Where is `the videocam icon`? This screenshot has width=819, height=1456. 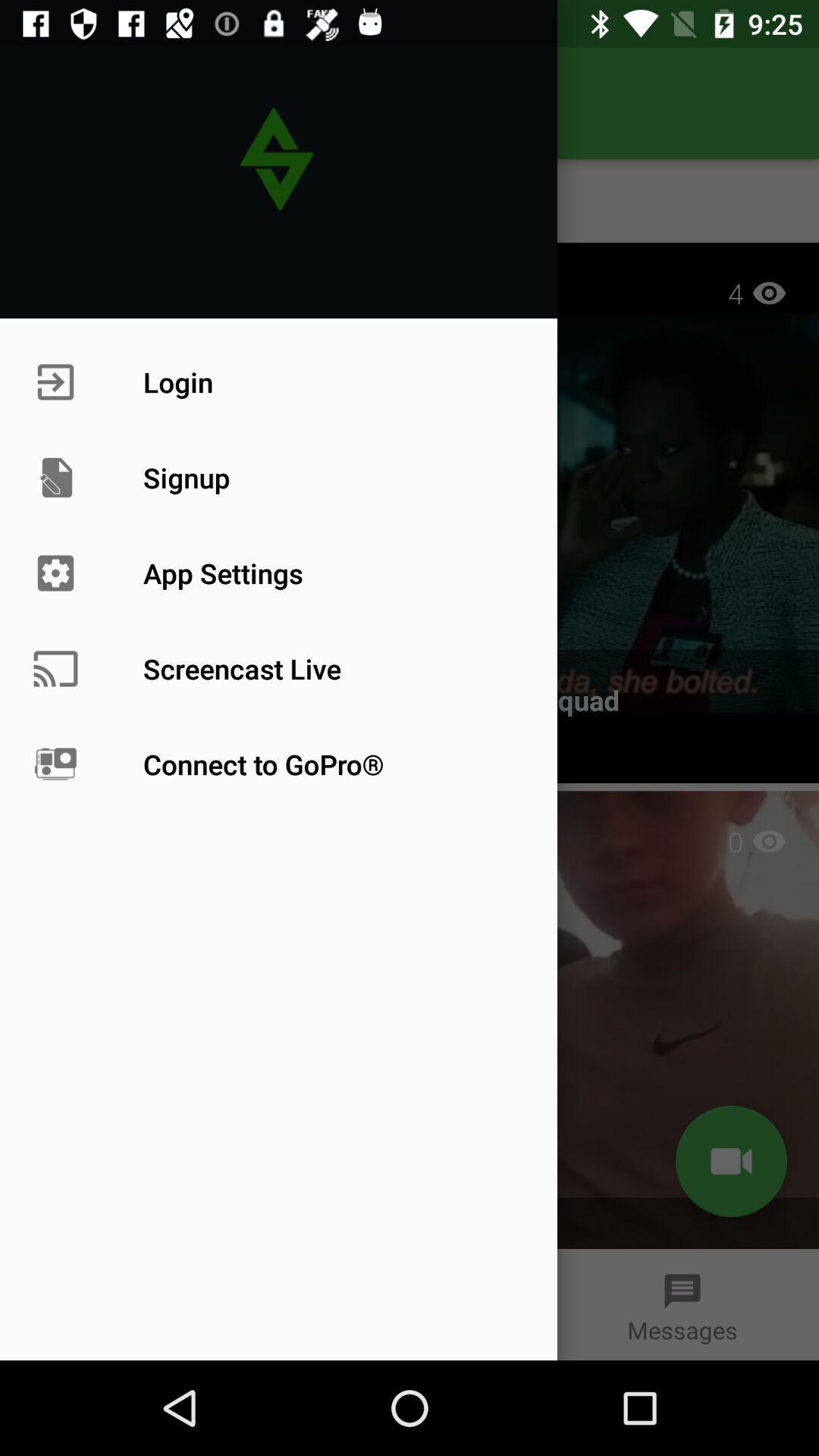
the videocam icon is located at coordinates (730, 1160).